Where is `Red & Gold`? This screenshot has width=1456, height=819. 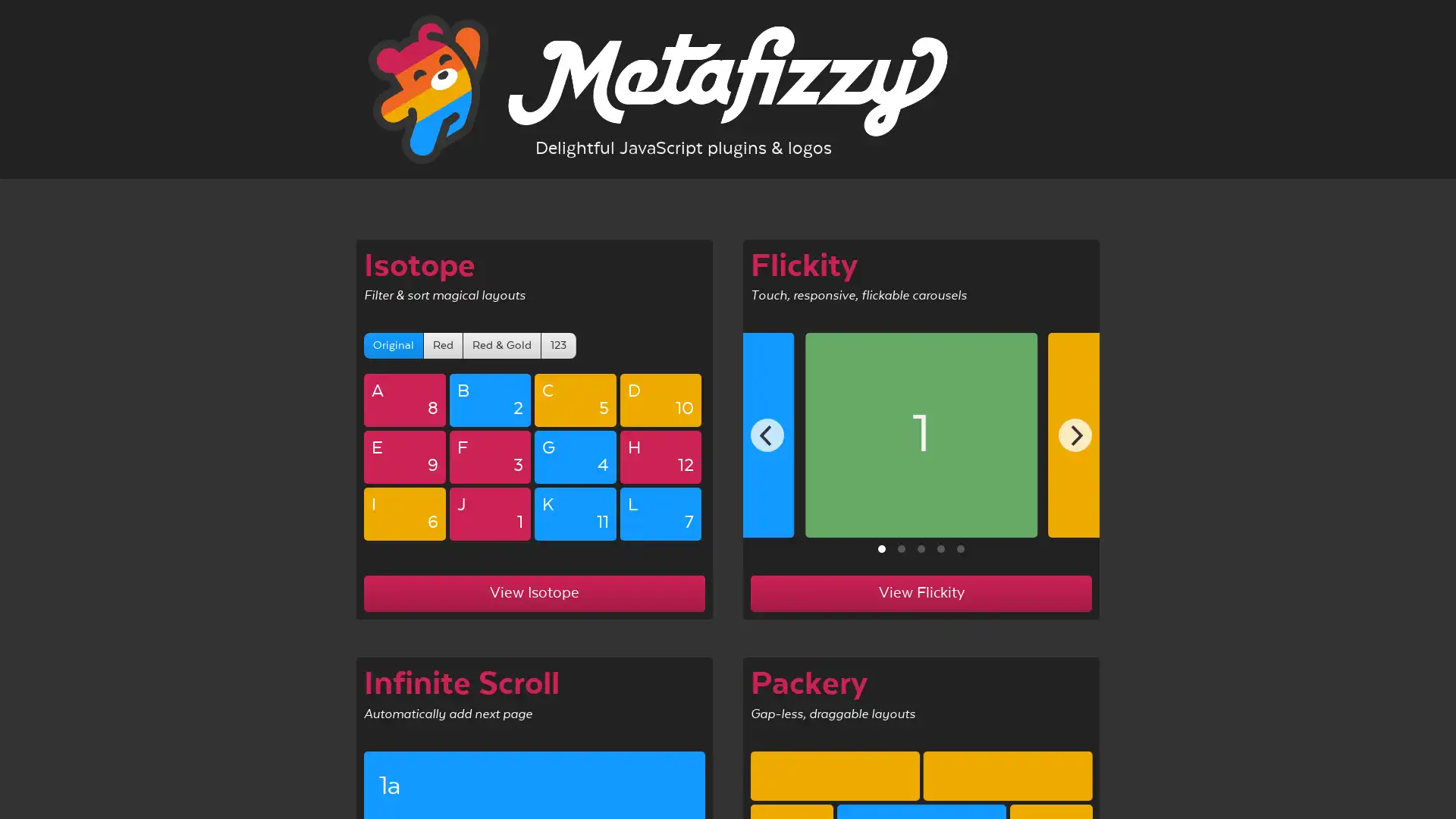 Red & Gold is located at coordinates (502, 345).